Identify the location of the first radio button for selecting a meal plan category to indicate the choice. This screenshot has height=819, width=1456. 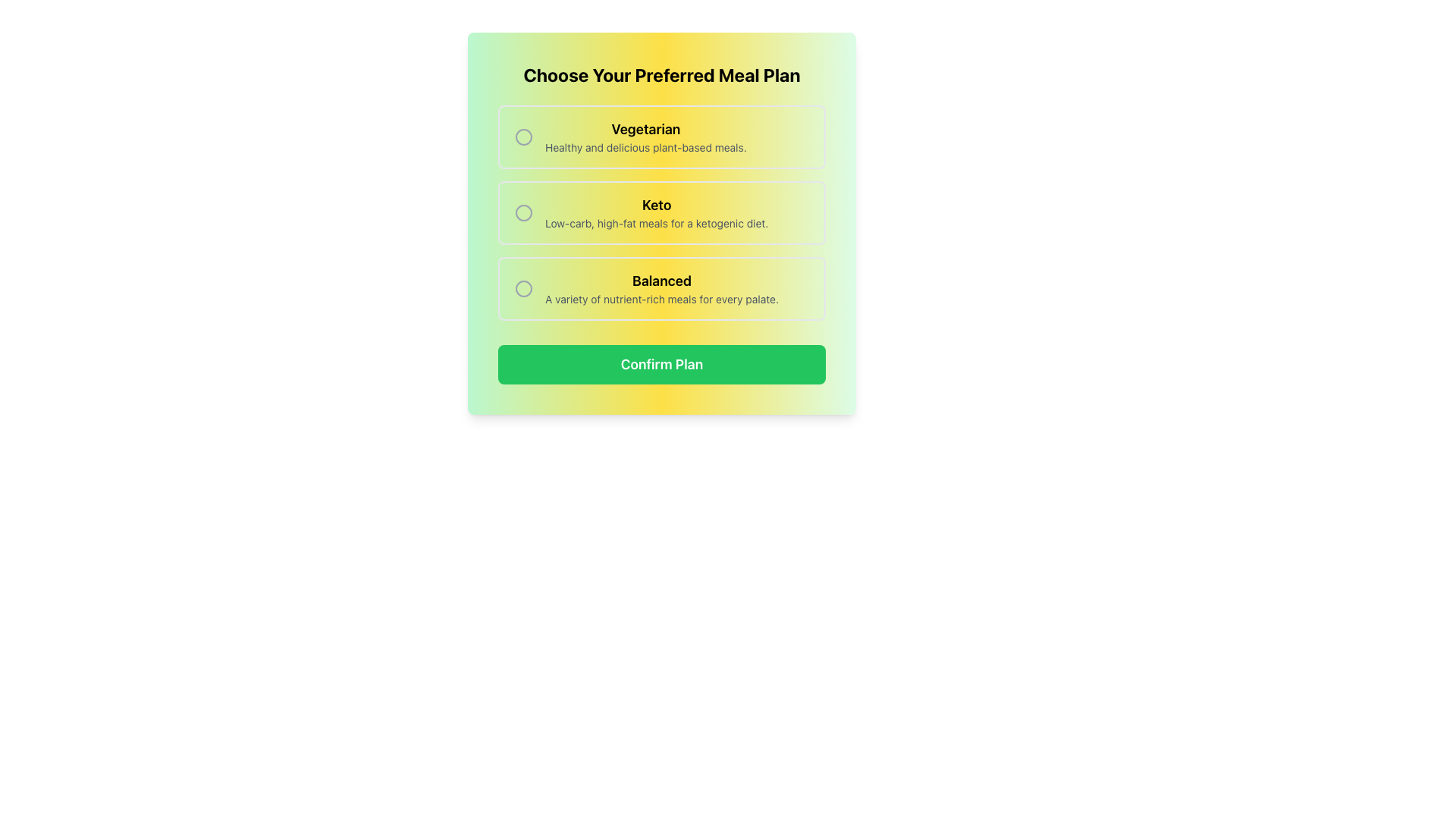
(662, 137).